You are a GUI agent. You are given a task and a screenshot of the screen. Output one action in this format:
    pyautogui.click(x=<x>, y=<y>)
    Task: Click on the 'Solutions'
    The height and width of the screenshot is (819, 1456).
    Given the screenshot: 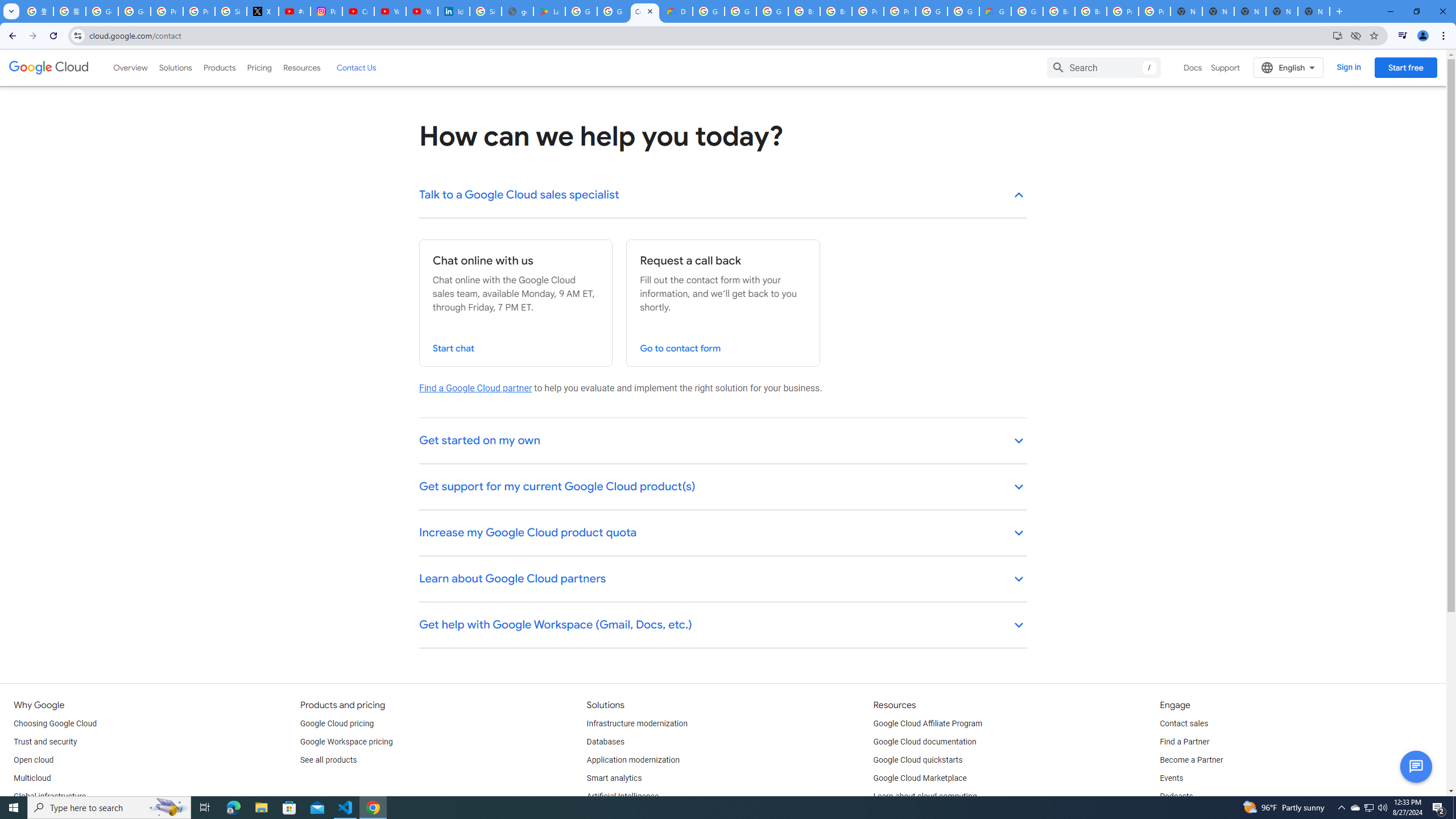 What is the action you would take?
    pyautogui.click(x=175, y=67)
    